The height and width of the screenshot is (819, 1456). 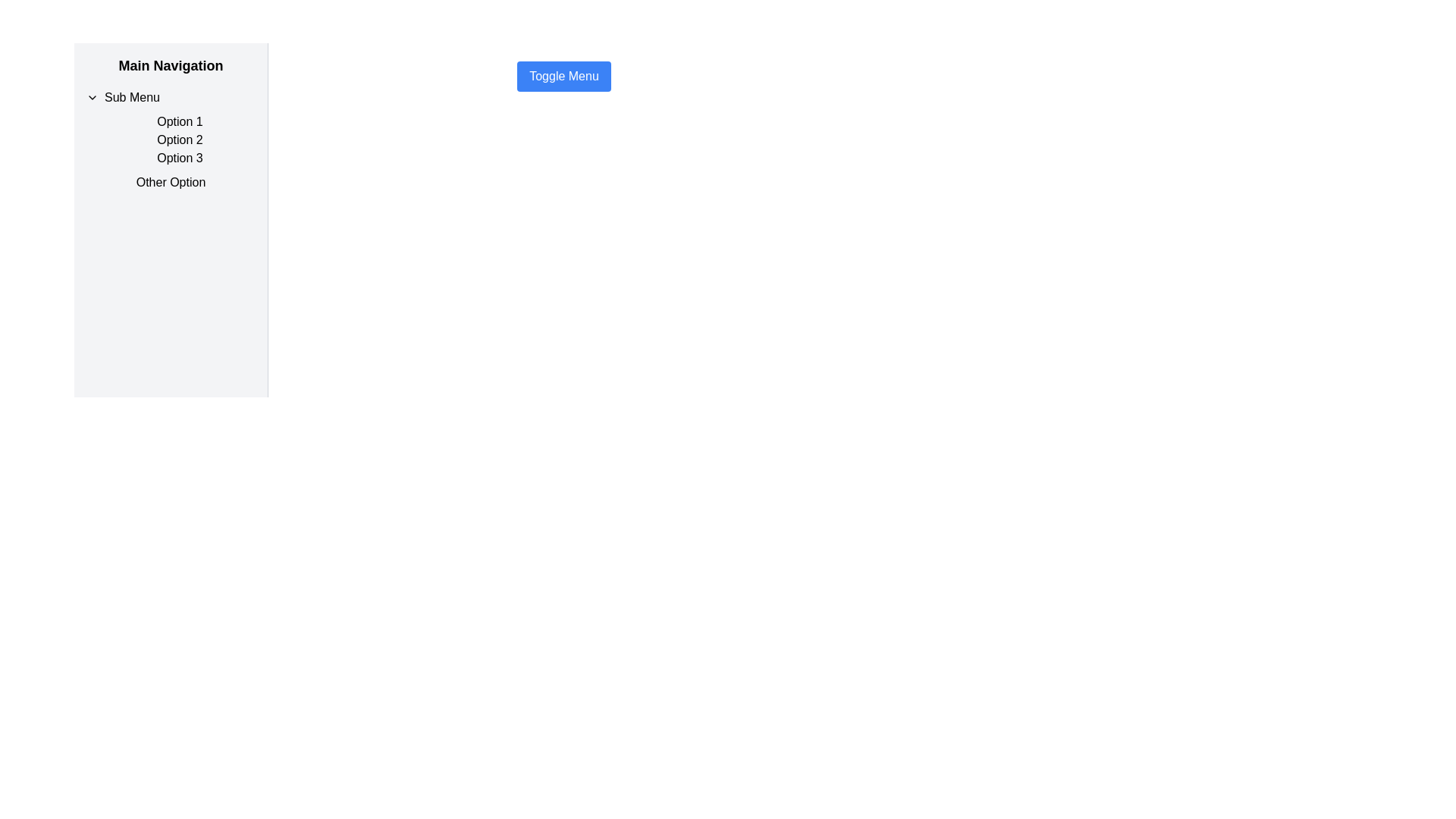 I want to click on the downward-facing chevron icon located to the left of the 'Sub Menu' text in the main navigation panel, so click(x=91, y=97).